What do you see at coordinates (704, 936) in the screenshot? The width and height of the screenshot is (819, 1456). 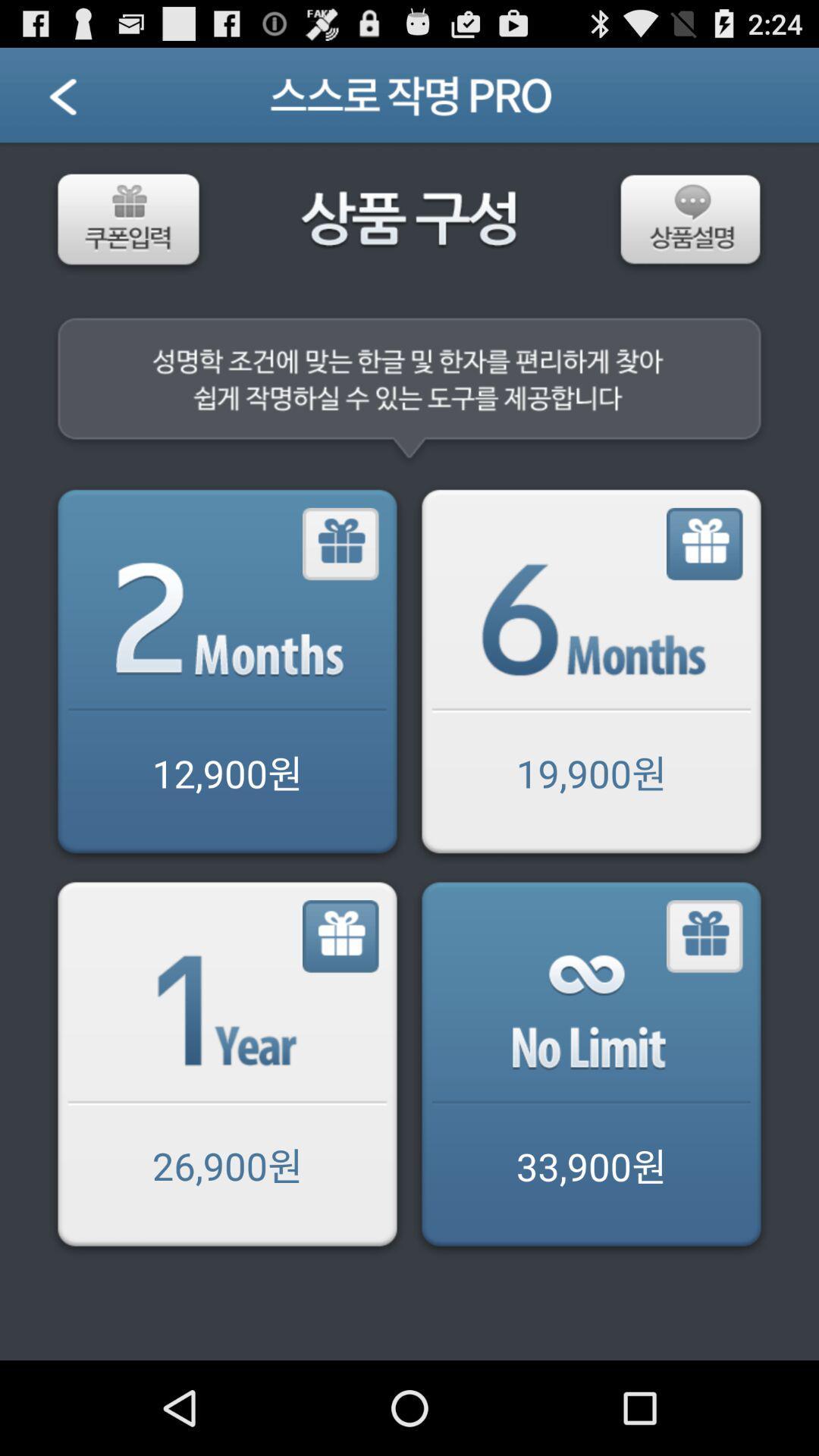 I see `blink gift` at bounding box center [704, 936].